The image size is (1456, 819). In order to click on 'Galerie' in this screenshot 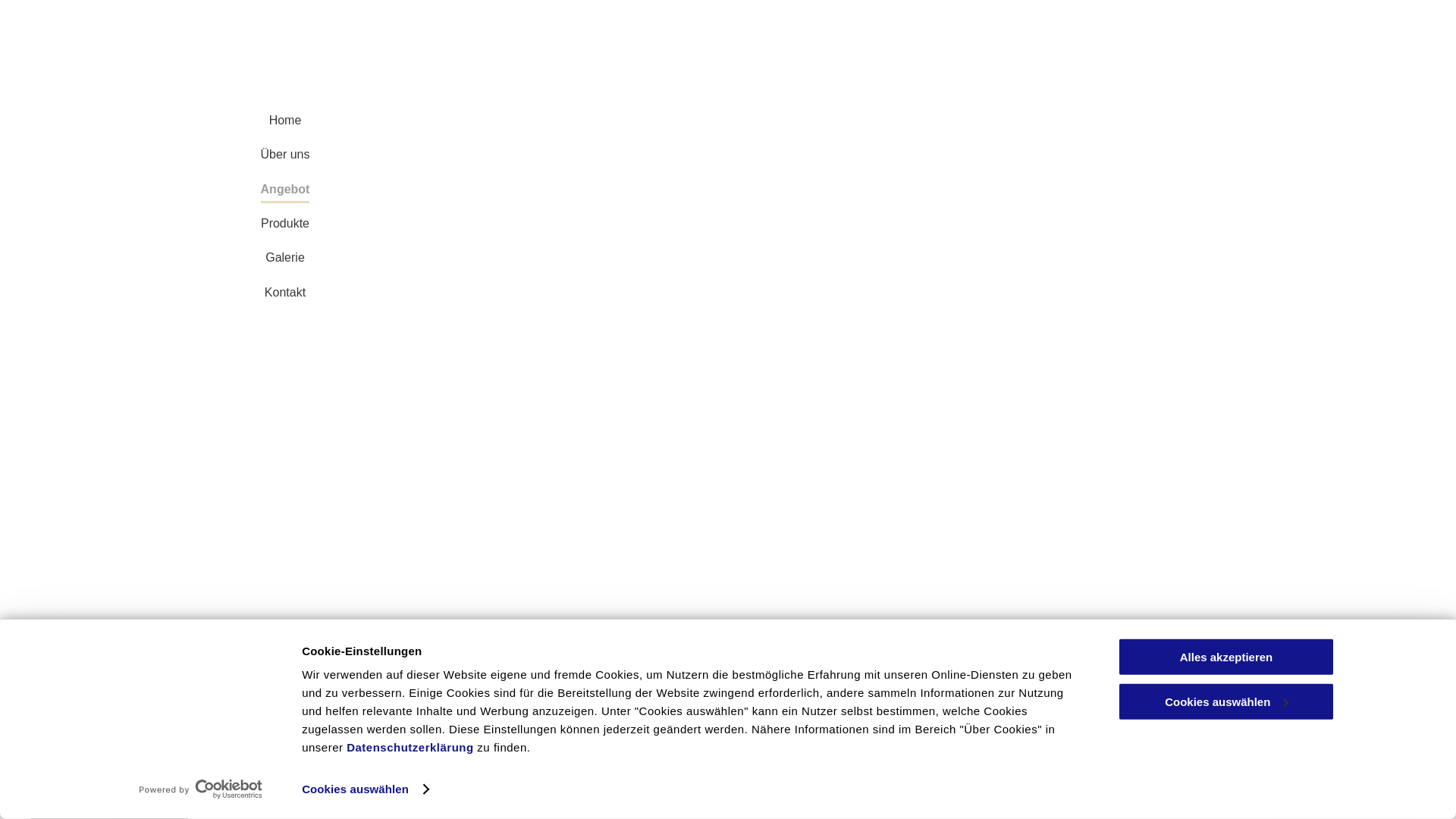, I will do `click(790, 725)`.